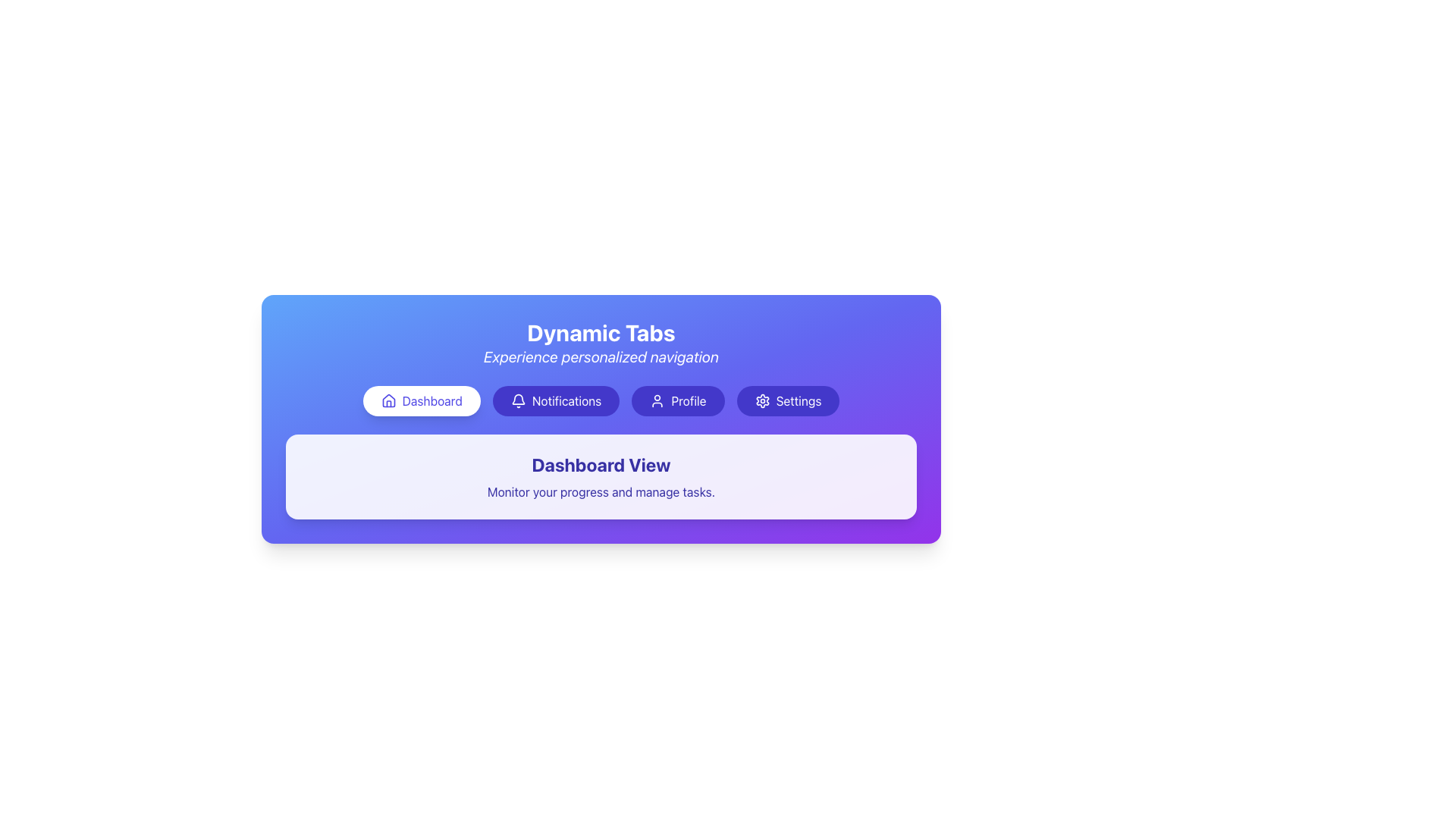 The height and width of the screenshot is (819, 1456). I want to click on the text label that reads 'Monitor your progress and manage tasks.' styled in a standard font on a light purple background, located beneath the 'Dashboard View' heading, so click(600, 491).